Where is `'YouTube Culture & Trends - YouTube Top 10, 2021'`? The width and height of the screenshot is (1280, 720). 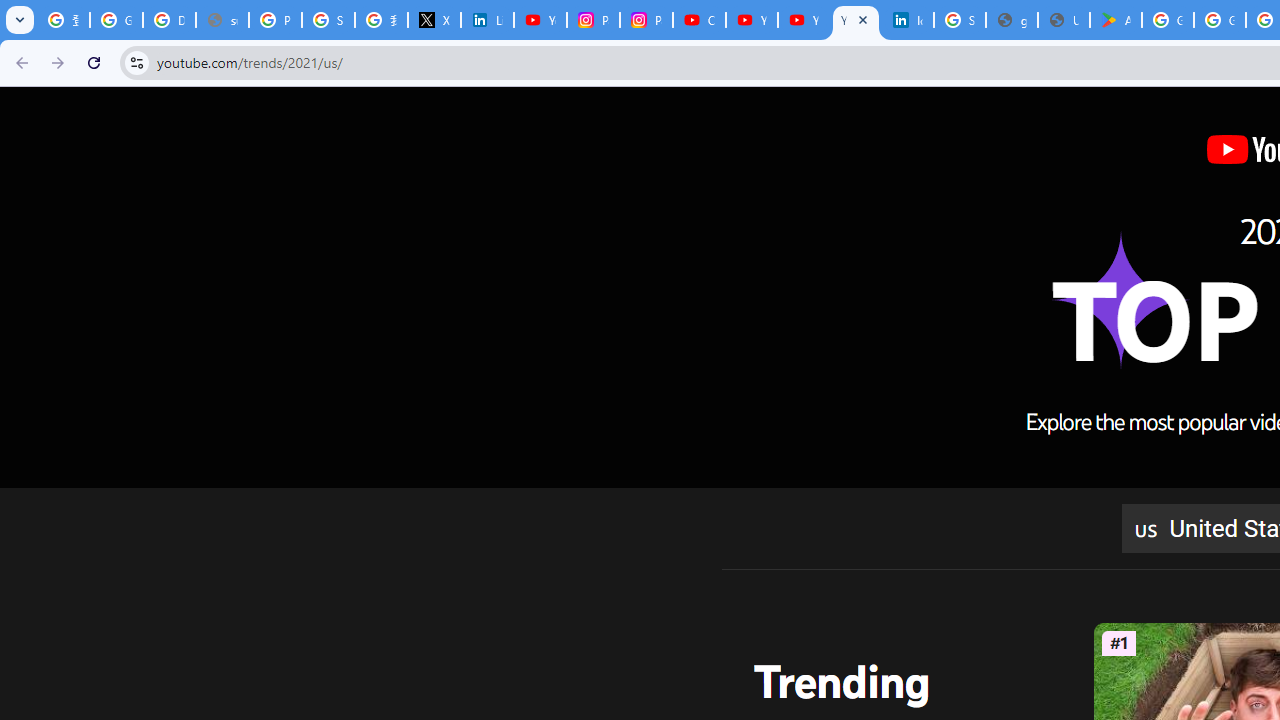
'YouTube Culture & Trends - YouTube Top 10, 2021' is located at coordinates (855, 20).